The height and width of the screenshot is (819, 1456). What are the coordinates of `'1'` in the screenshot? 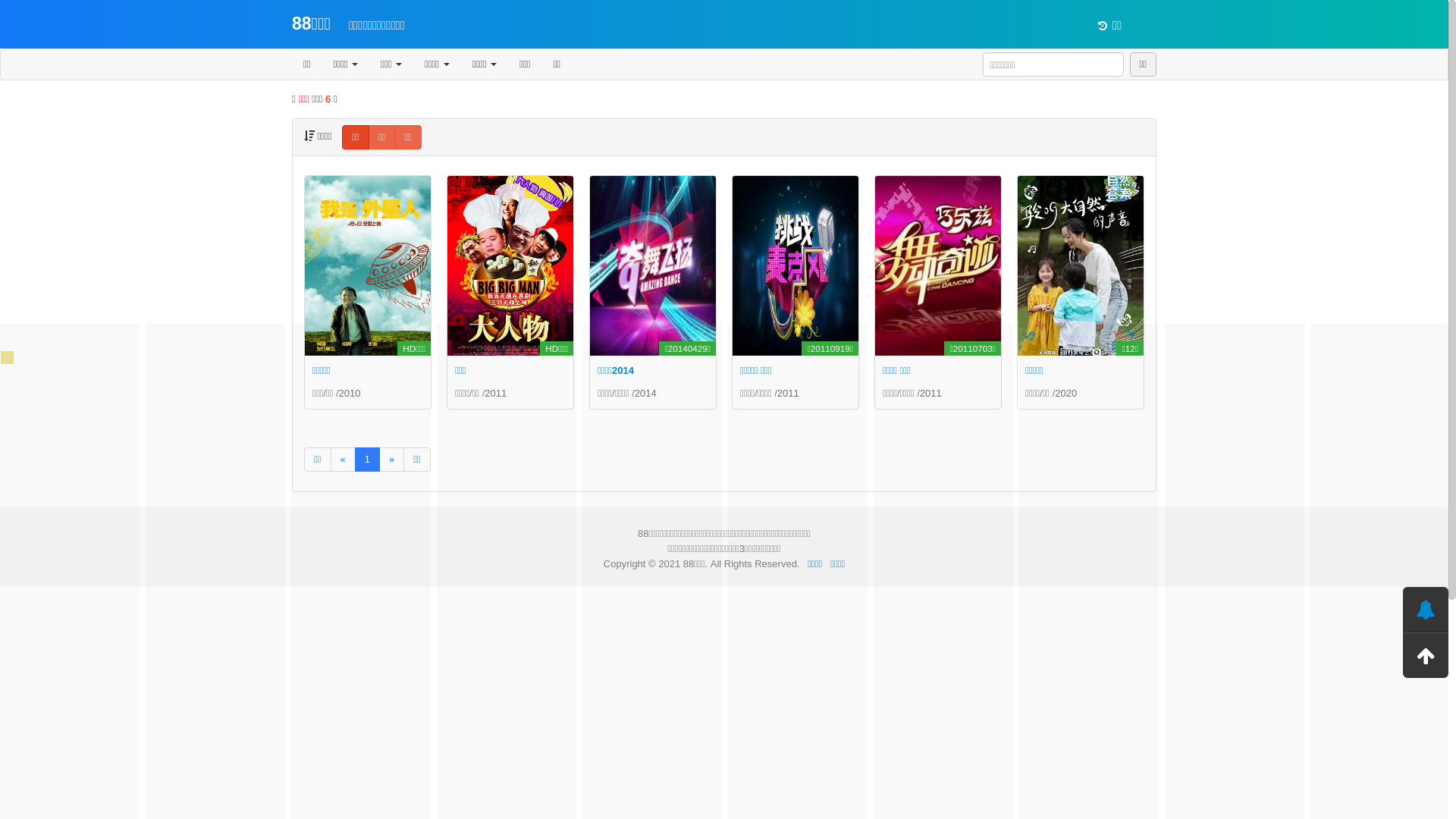 It's located at (367, 458).